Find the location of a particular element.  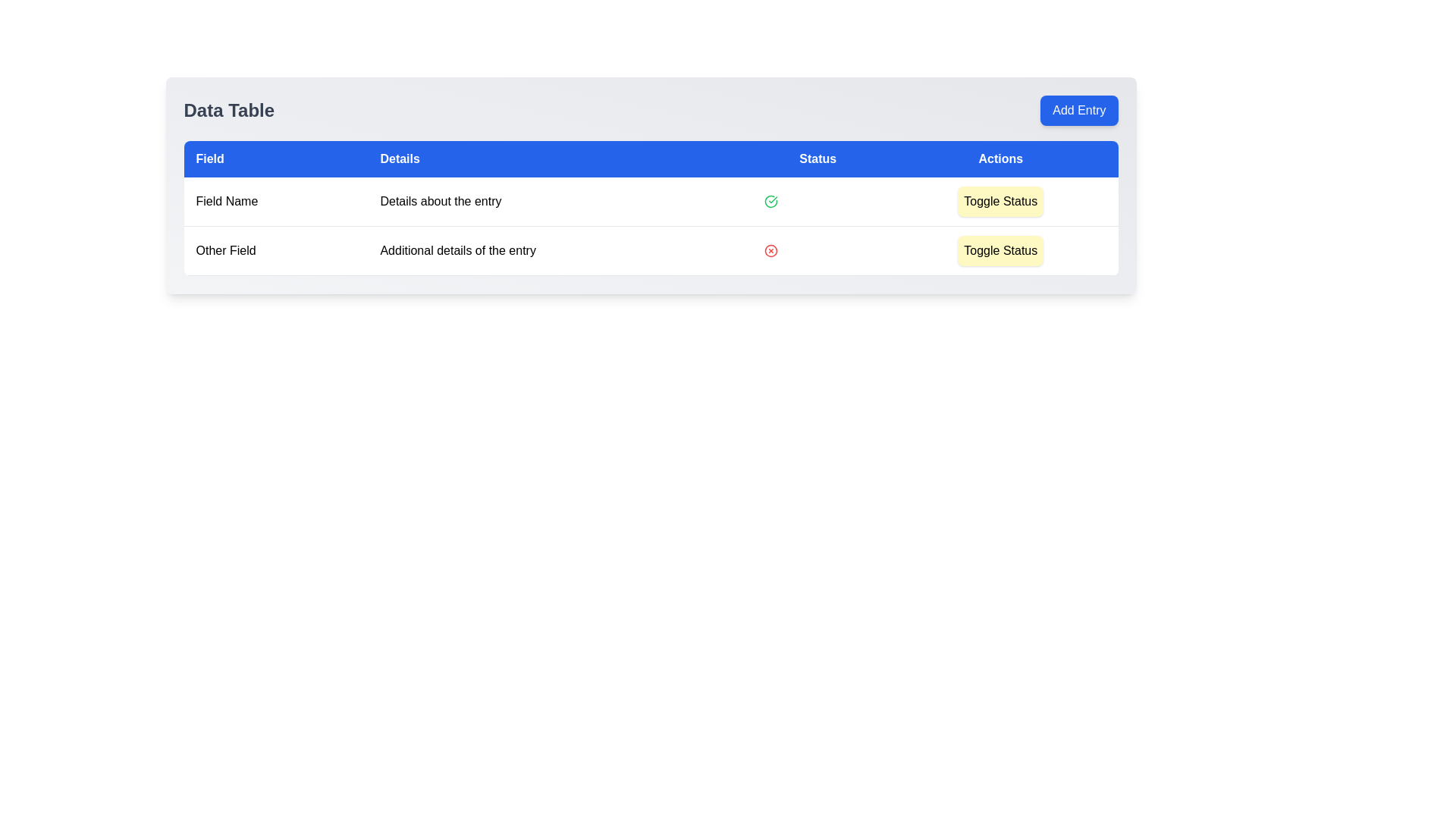

the header label for the 'Actions' column in the table, which is the fourth element aligned horizontally next to 'Status' is located at coordinates (1000, 158).